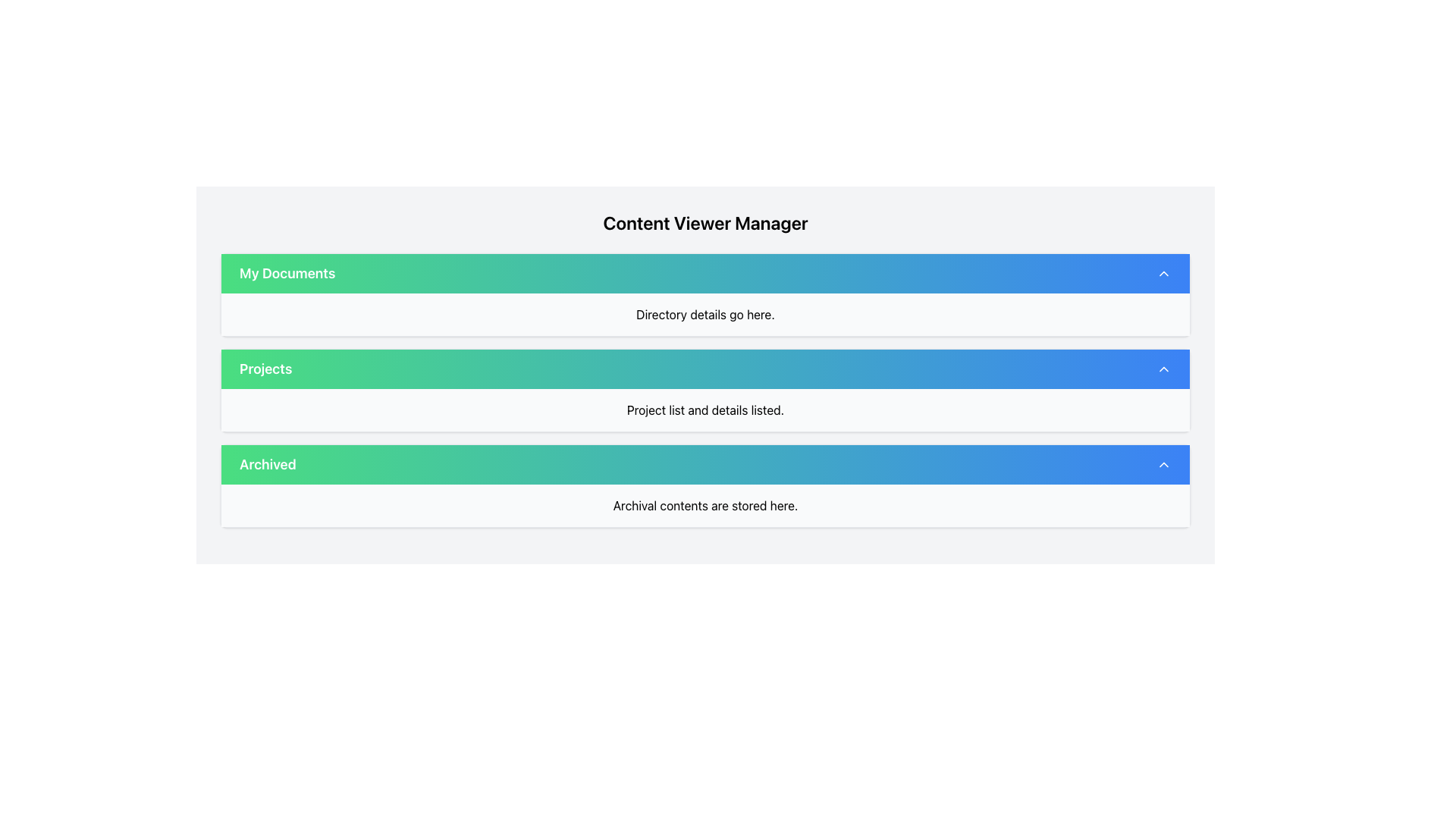  I want to click on the static text label in the 'My Documents' section, which serves as an informational placeholder and is centrally located within the topmost section of the layout, so click(704, 314).